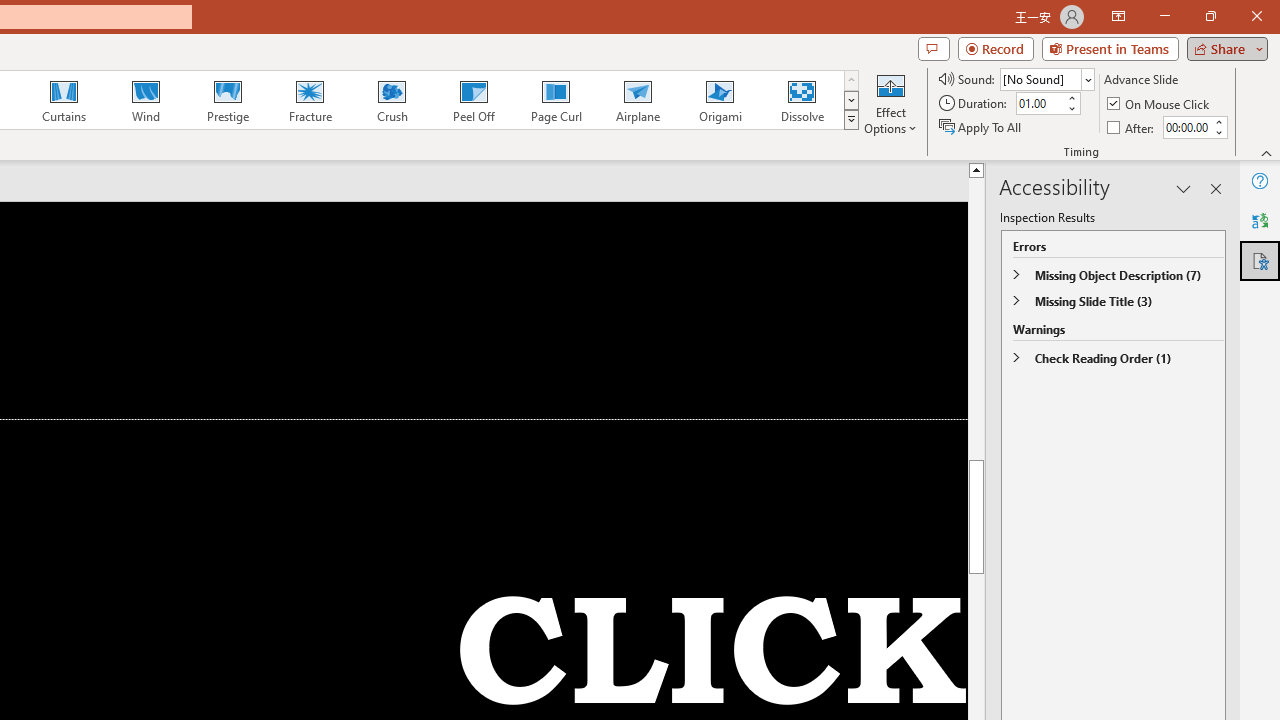  Describe the element at coordinates (144, 100) in the screenshot. I see `'Wind'` at that location.